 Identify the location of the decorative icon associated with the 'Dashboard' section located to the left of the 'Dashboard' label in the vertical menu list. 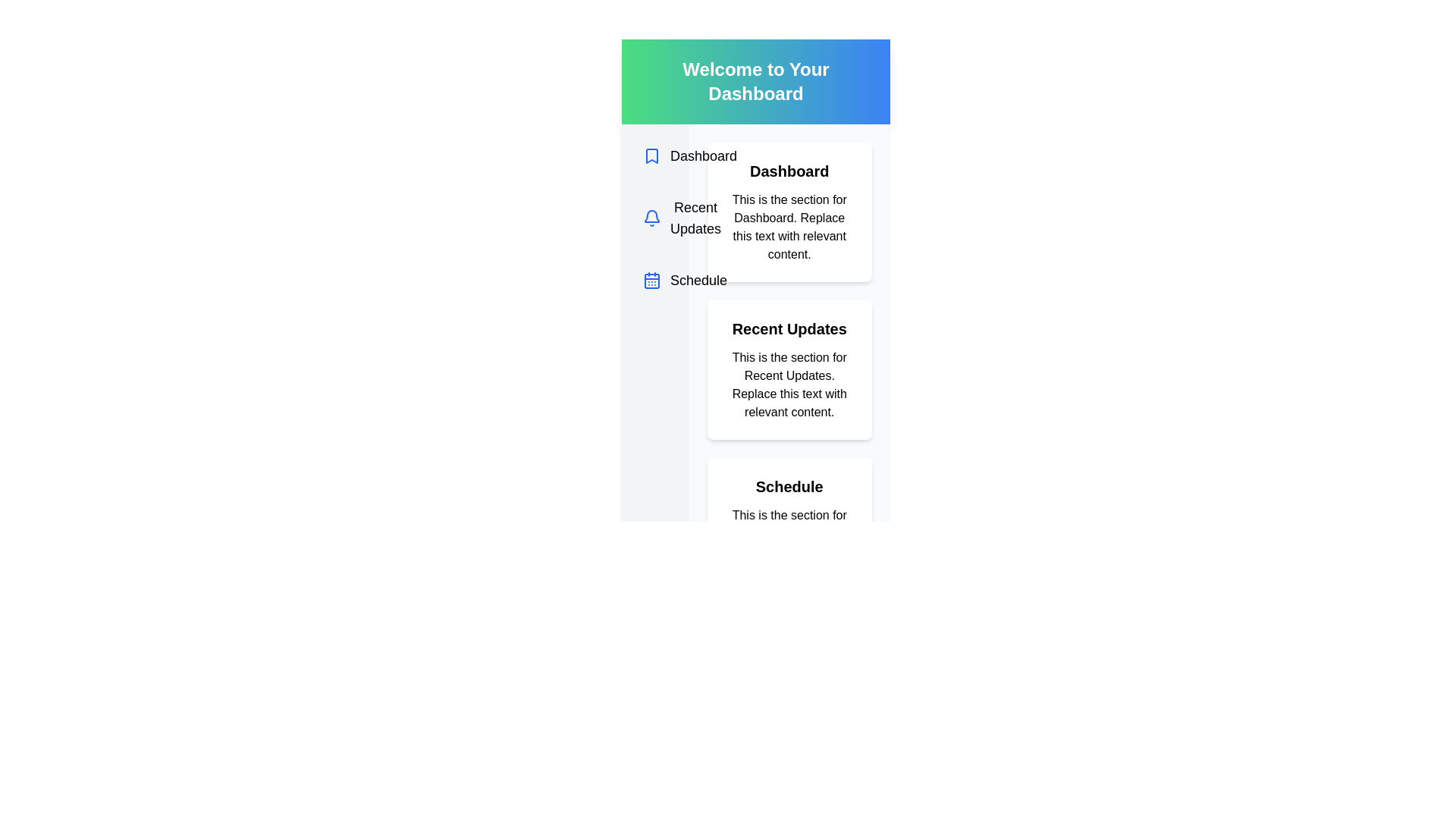
(651, 155).